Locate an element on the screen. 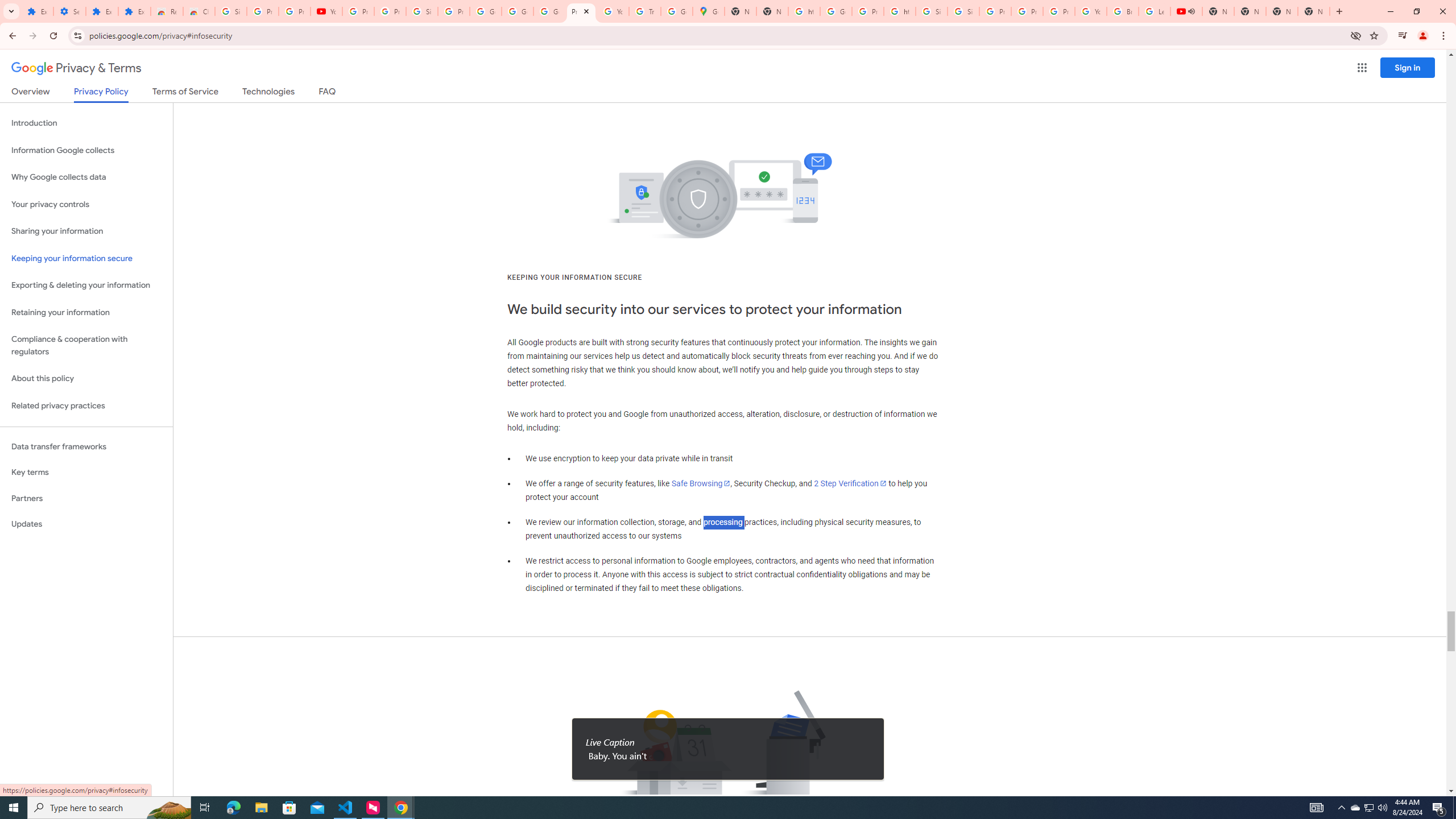 The width and height of the screenshot is (1456, 819). 'Google Account' is located at coordinates (485, 11).